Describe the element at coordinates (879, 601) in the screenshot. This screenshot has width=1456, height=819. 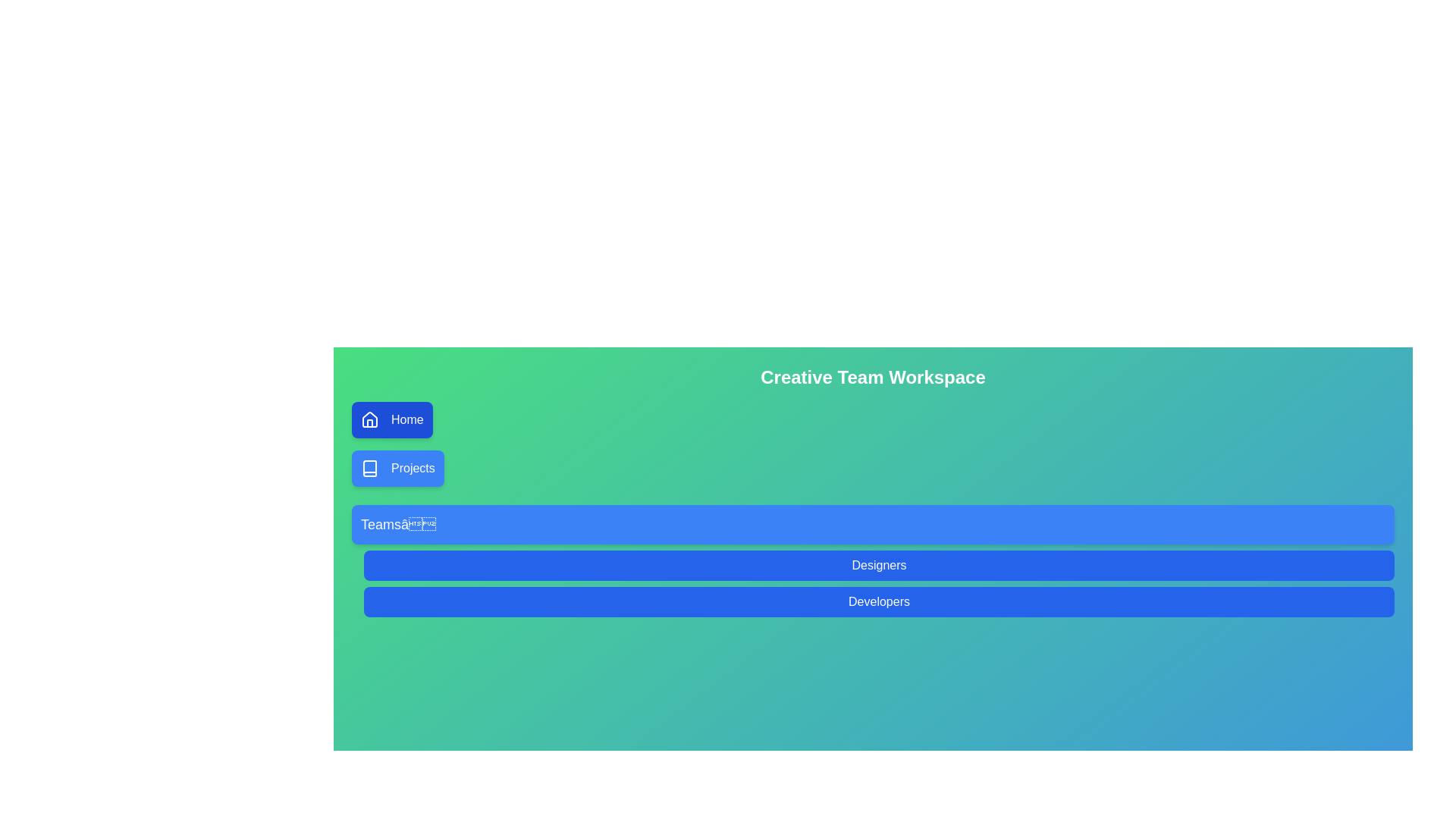
I see `the non-interactive button-like static UI element that serves as a category identifier, located beneath the 'Designers' button` at that location.